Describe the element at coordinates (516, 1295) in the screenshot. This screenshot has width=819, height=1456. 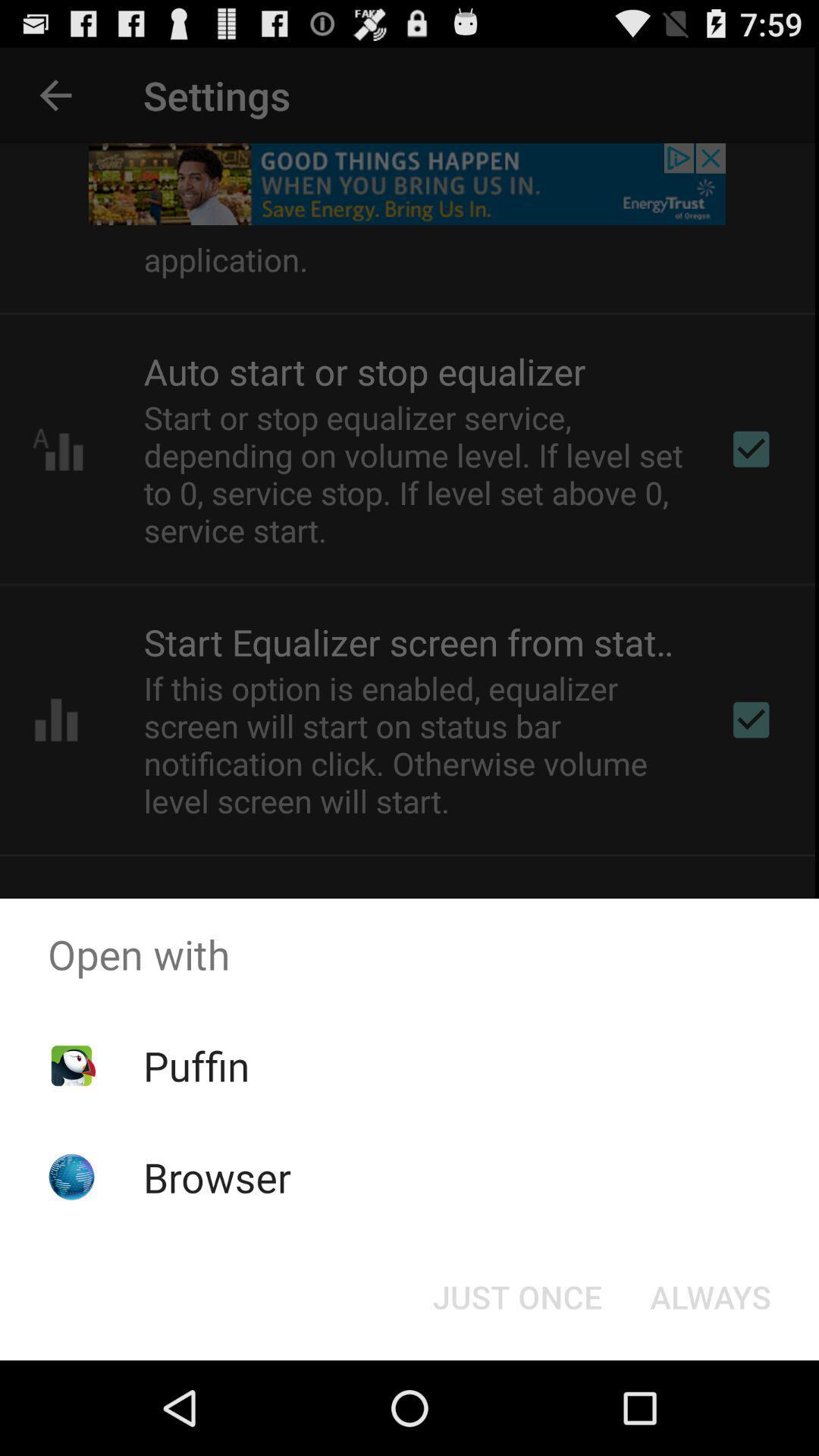
I see `the item to the left of always button` at that location.